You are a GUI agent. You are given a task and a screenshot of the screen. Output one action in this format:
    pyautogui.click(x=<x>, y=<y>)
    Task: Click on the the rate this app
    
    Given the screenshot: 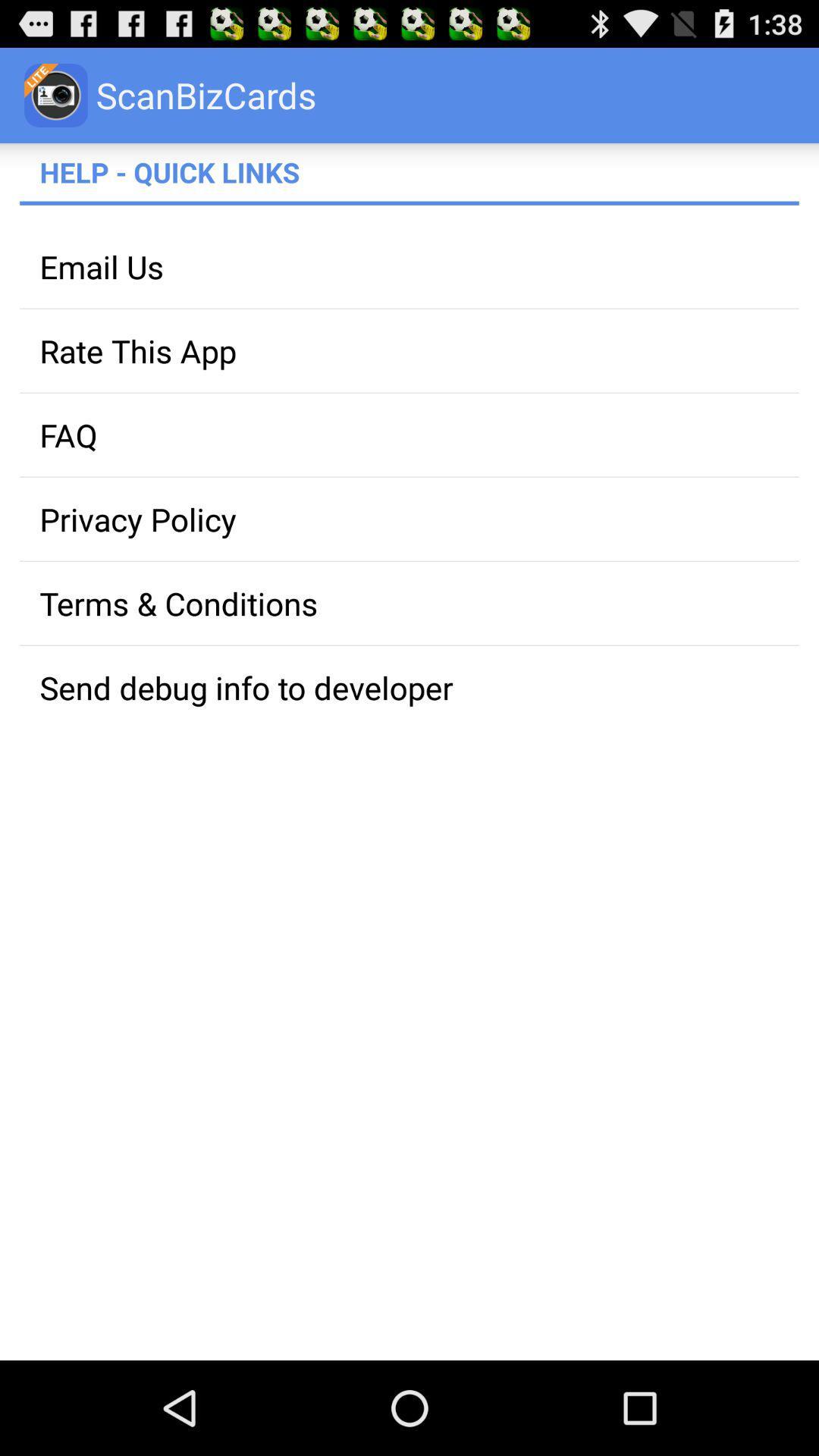 What is the action you would take?
    pyautogui.click(x=409, y=350)
    